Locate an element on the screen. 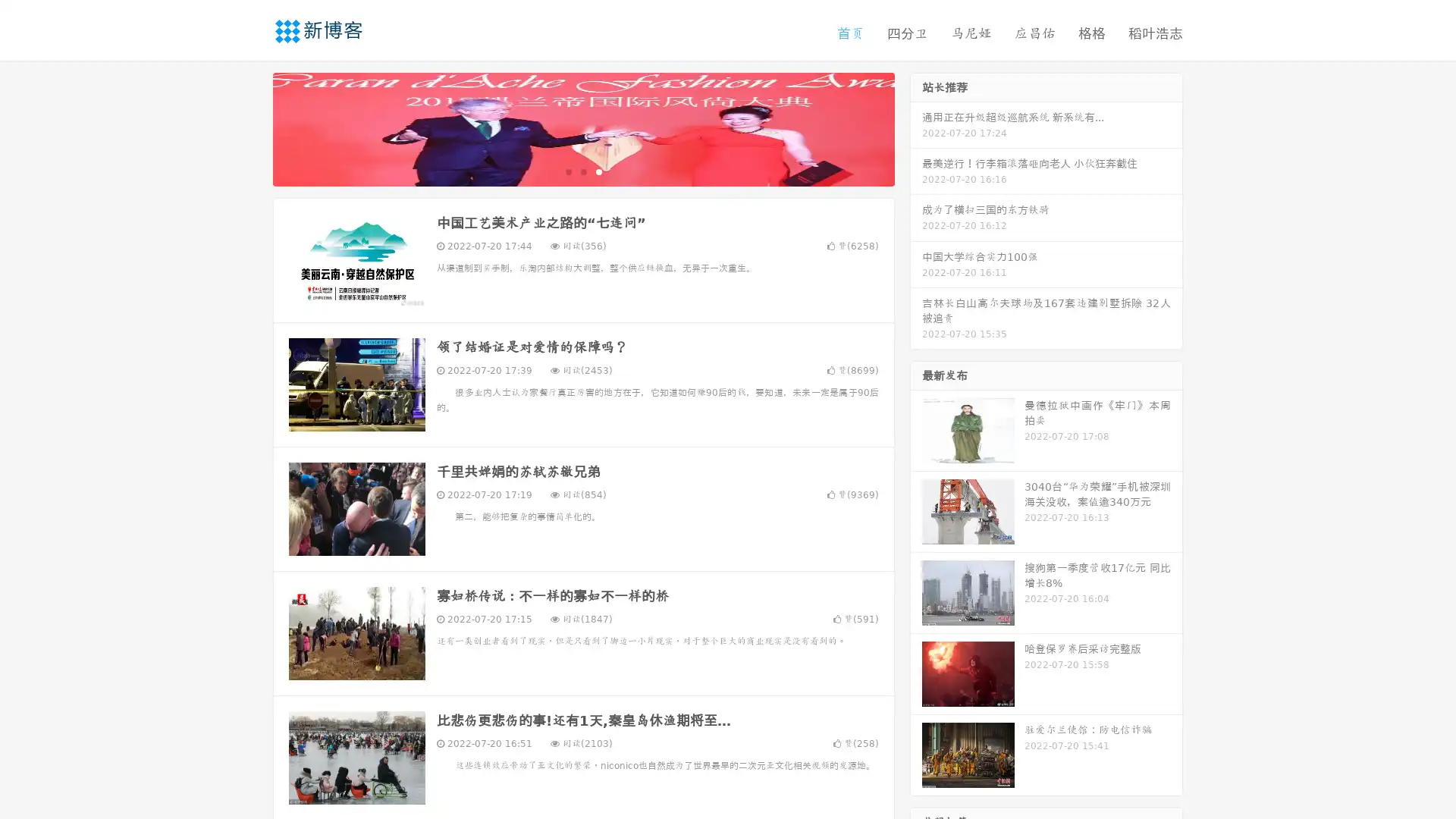  Go to slide 3 is located at coordinates (598, 171).